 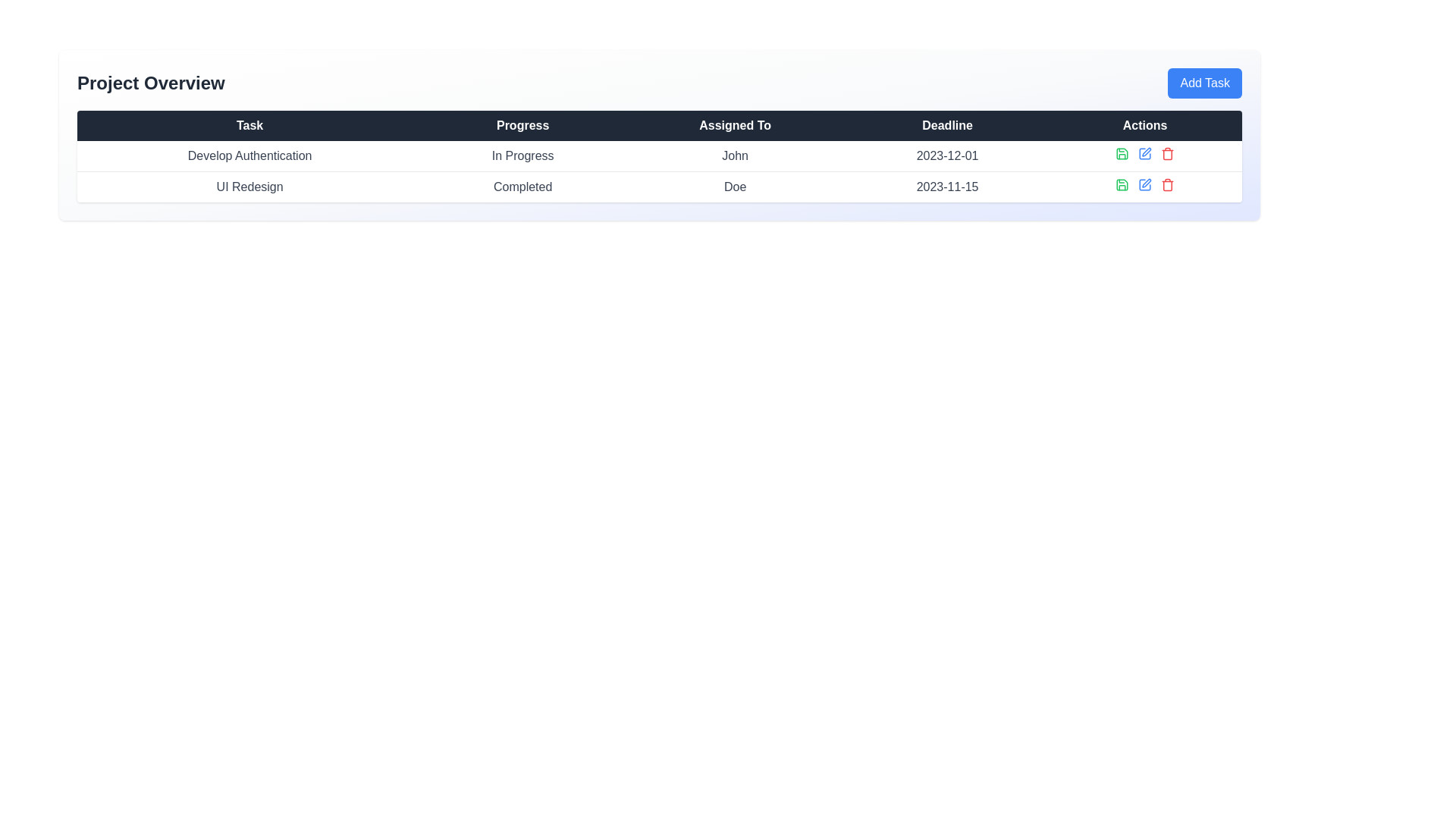 What do you see at coordinates (522, 124) in the screenshot?
I see `the 'Progress' column header text label in the table, which is the second column header located to the right of the 'Task' column and to the left of the 'Assigned To' column` at bounding box center [522, 124].